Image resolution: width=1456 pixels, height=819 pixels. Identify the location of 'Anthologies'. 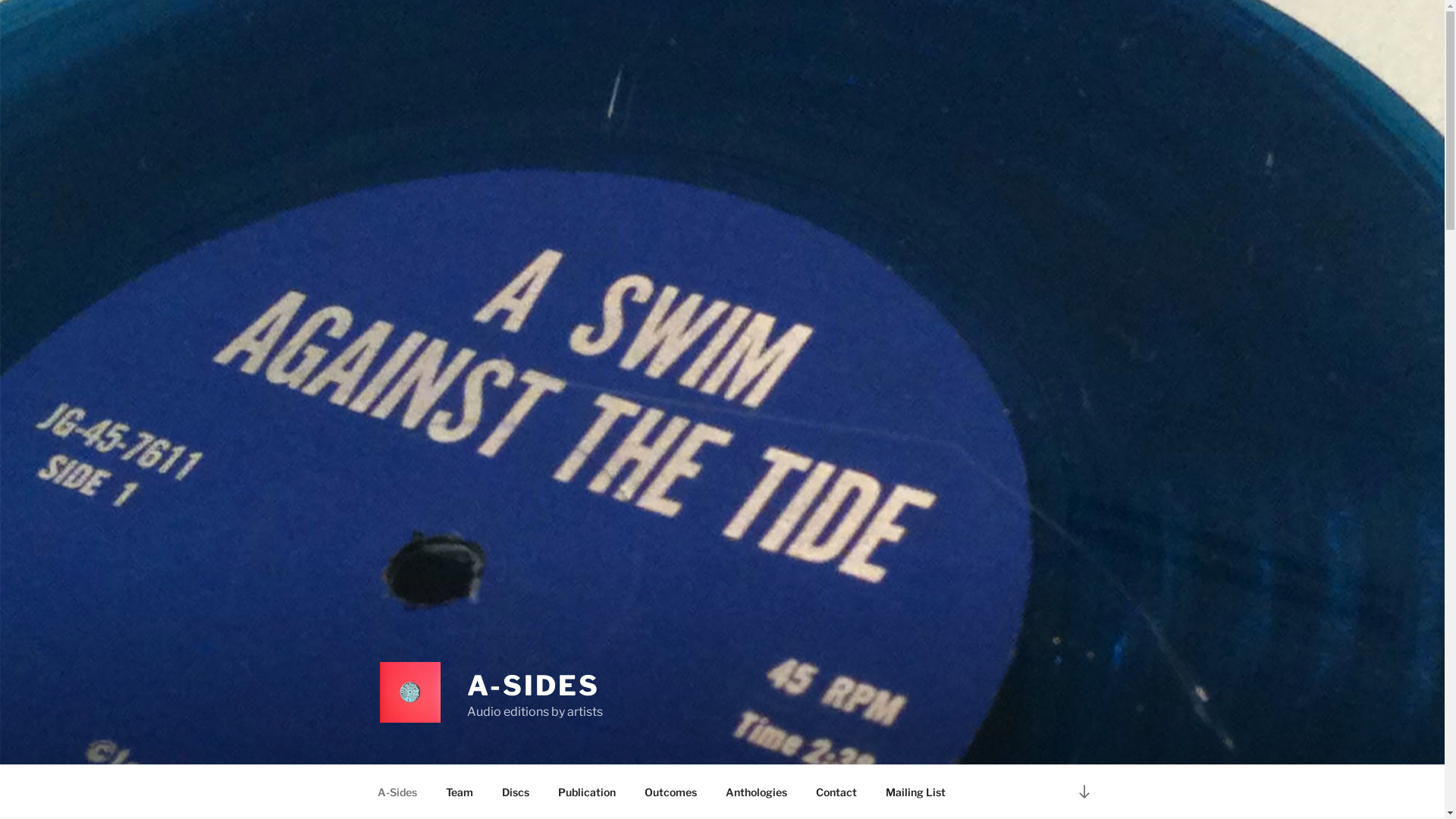
(757, 791).